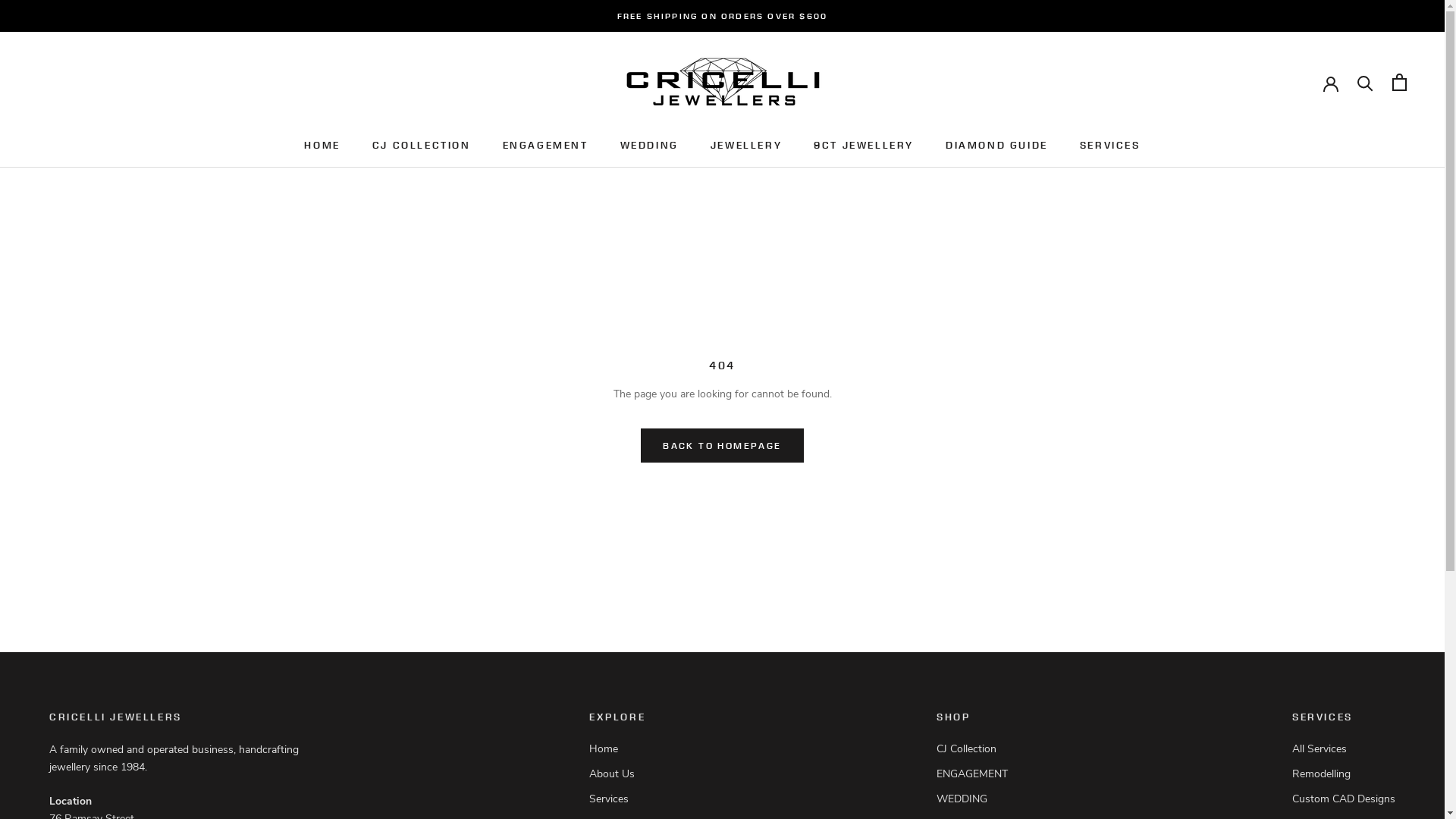  What do you see at coordinates (977, 798) in the screenshot?
I see `'WEDDING'` at bounding box center [977, 798].